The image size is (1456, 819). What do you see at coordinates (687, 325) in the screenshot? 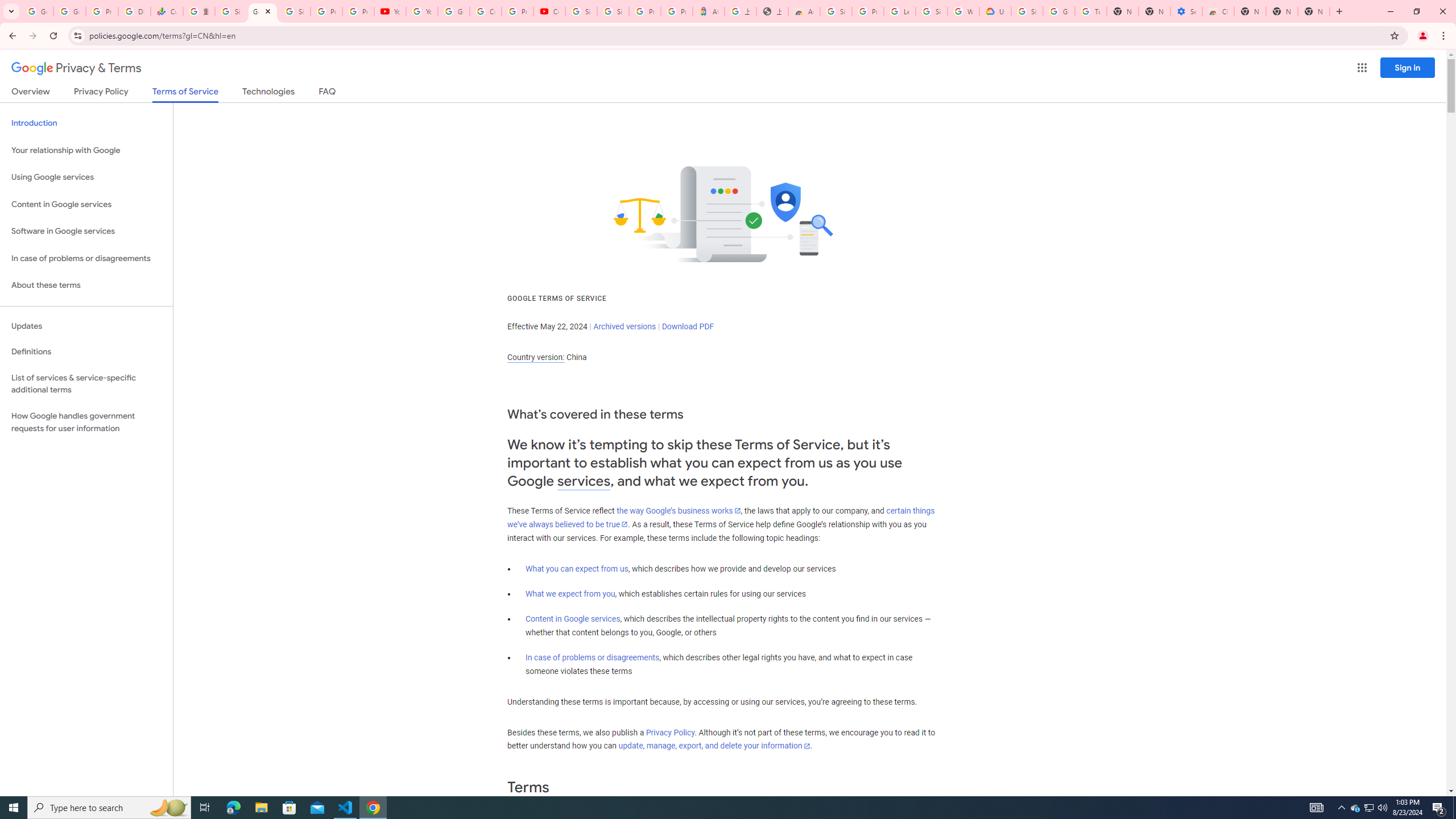
I see `'Download PDF'` at bounding box center [687, 325].